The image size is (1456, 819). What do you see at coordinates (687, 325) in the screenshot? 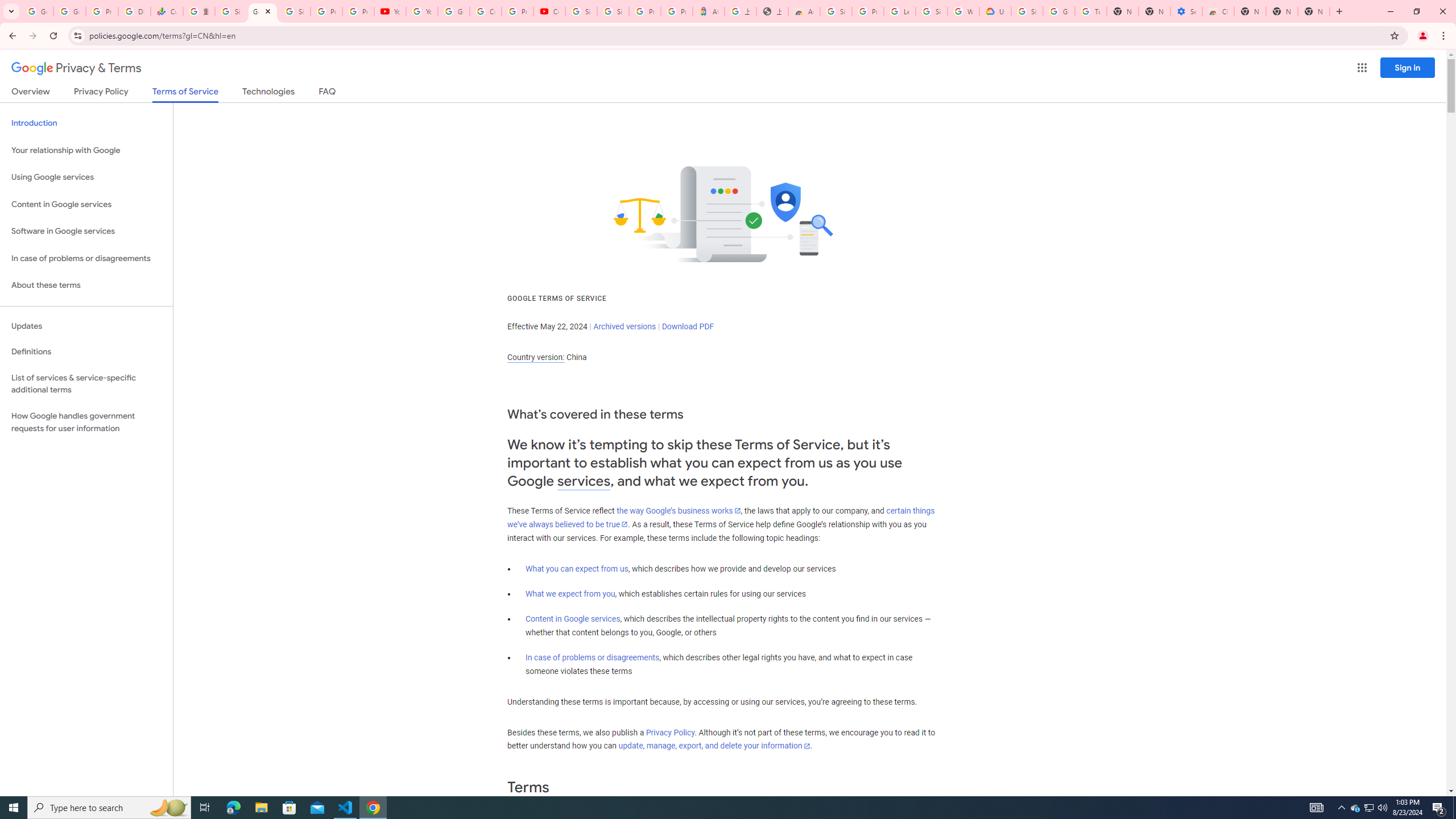
I see `'Download PDF'` at bounding box center [687, 325].